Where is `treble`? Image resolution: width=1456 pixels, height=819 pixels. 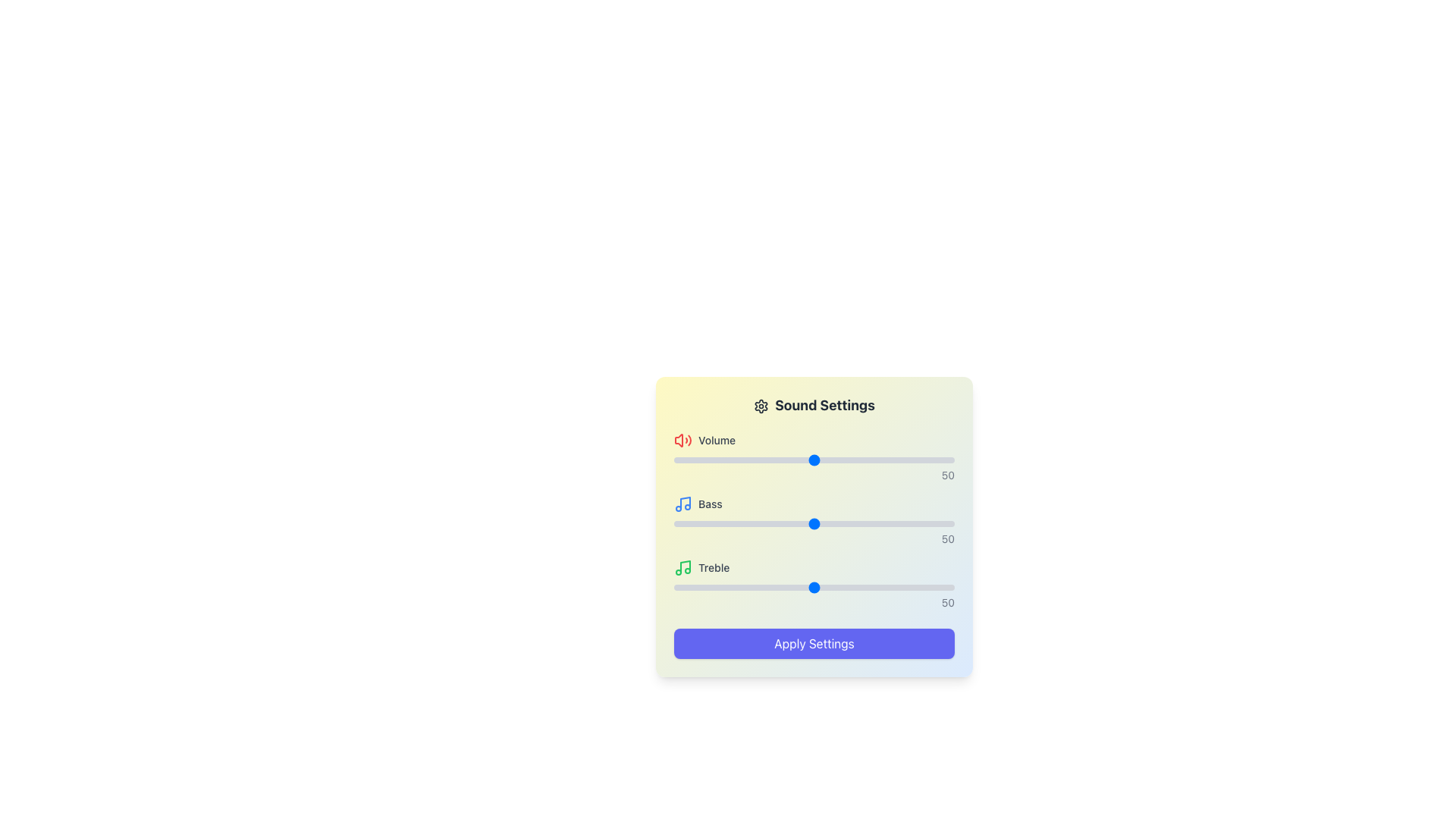 treble is located at coordinates (755, 587).